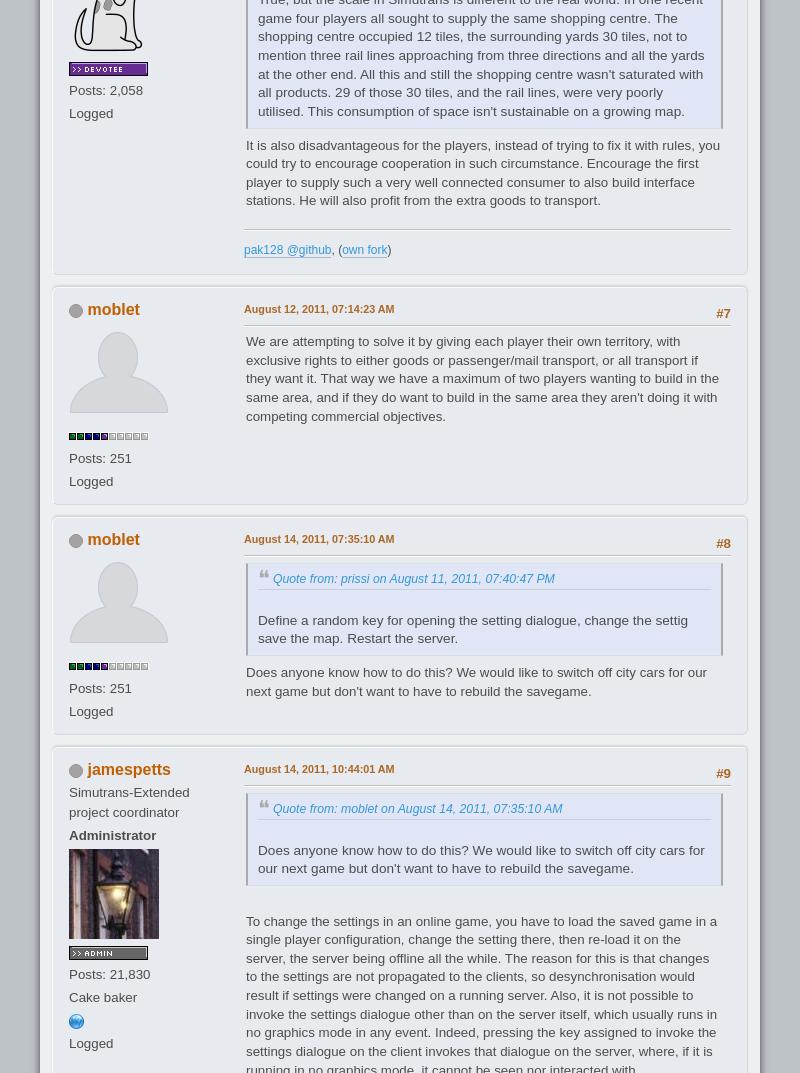 The height and width of the screenshot is (1073, 800). Describe the element at coordinates (245, 171) in the screenshot. I see `'It is also disadvantageous for the players, instead of trying to fix it with rules, you could try to encourage cooperation in such circumstance. Encourage the first player to supply such a very well connected consumer to also build interface stations. He will also profit from the extra goods to transport.'` at that location.